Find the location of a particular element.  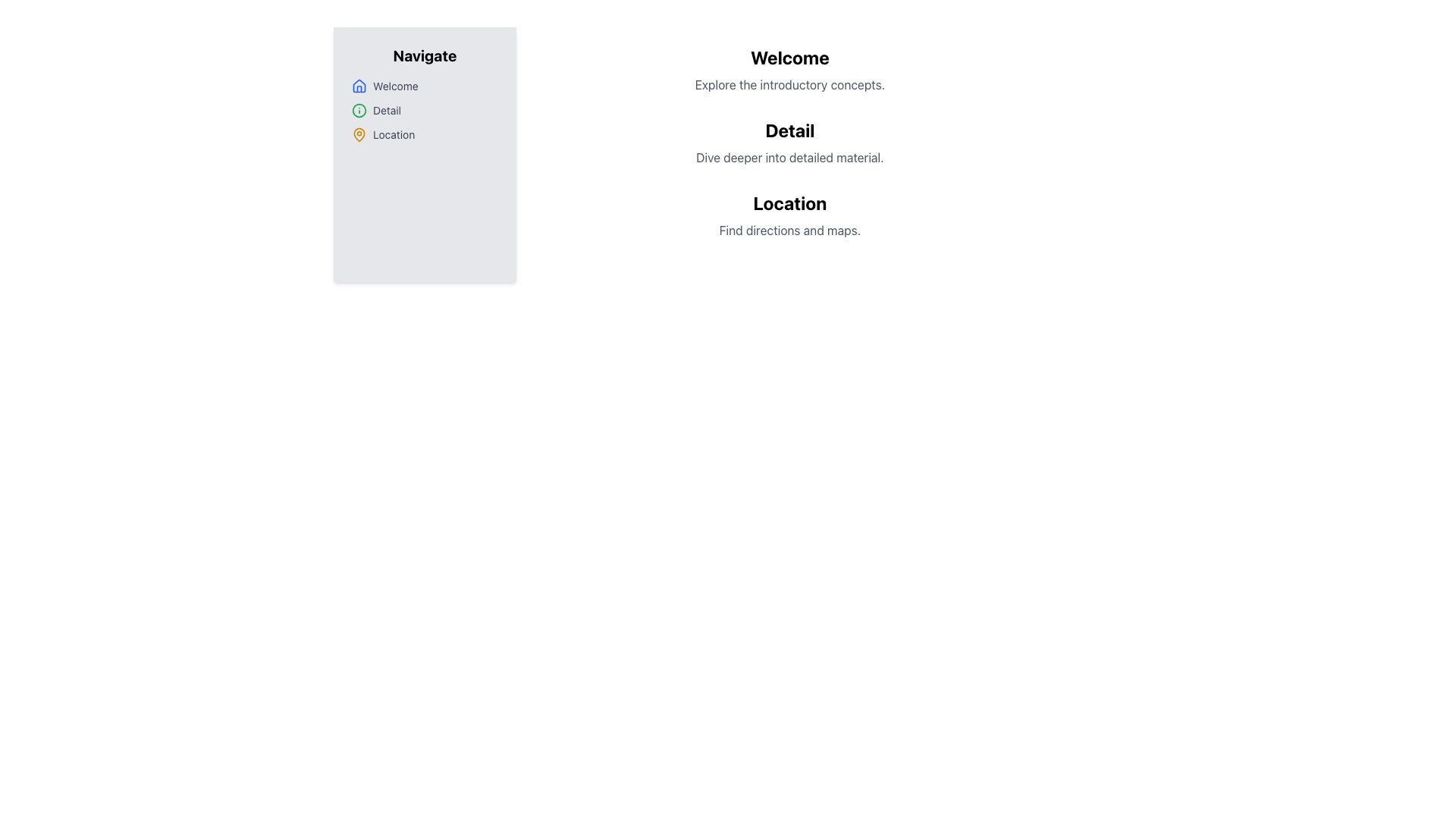

the blue house-shaped SVG icon located to the left of the 'Welcome' text in the vertical navigation menu is located at coordinates (359, 85).